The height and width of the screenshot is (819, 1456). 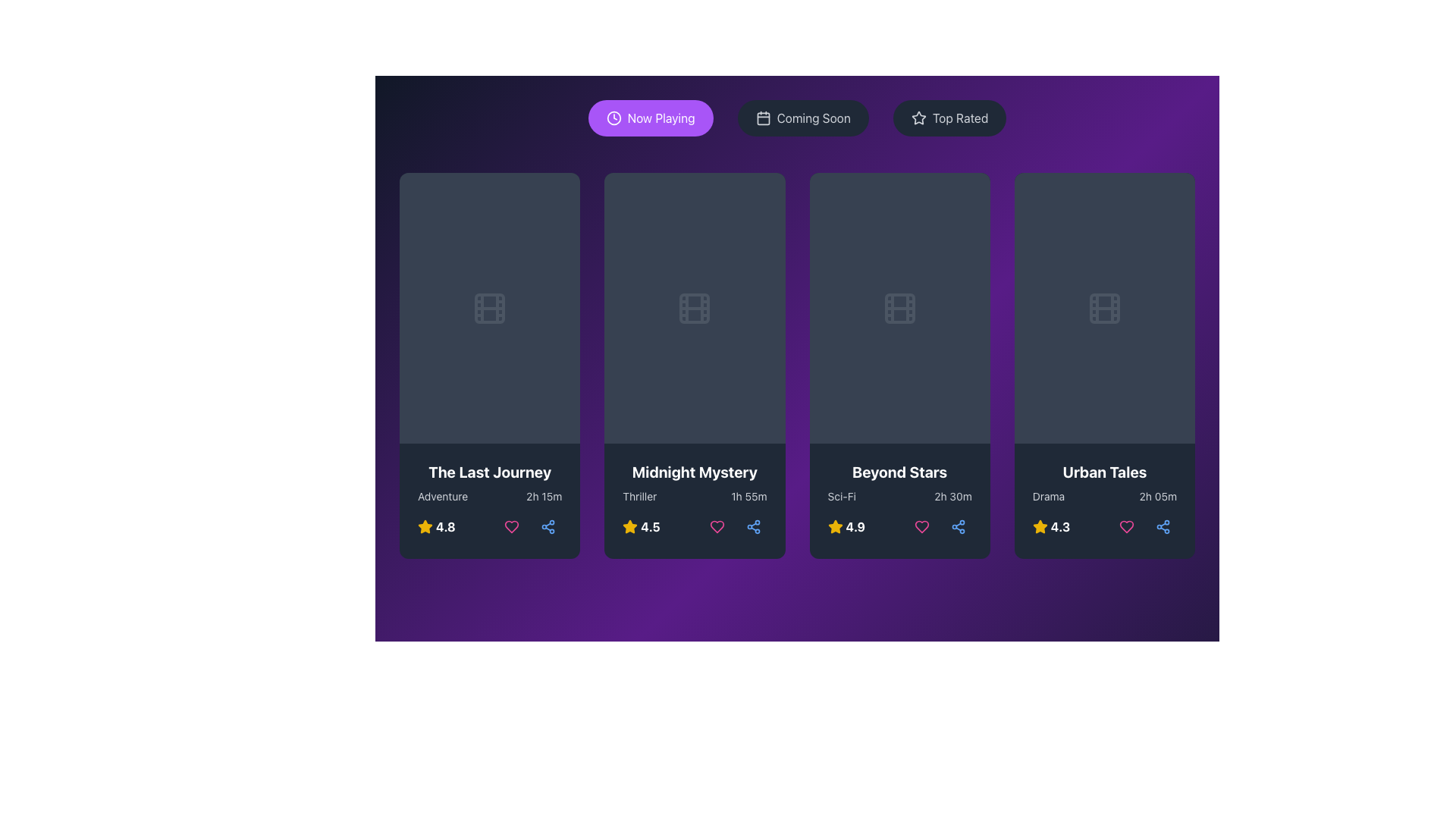 I want to click on the text label that indicates the genre of the movie on the 'Urban Tales' card, located at the lower-left corner under the movie title, so click(x=1047, y=497).